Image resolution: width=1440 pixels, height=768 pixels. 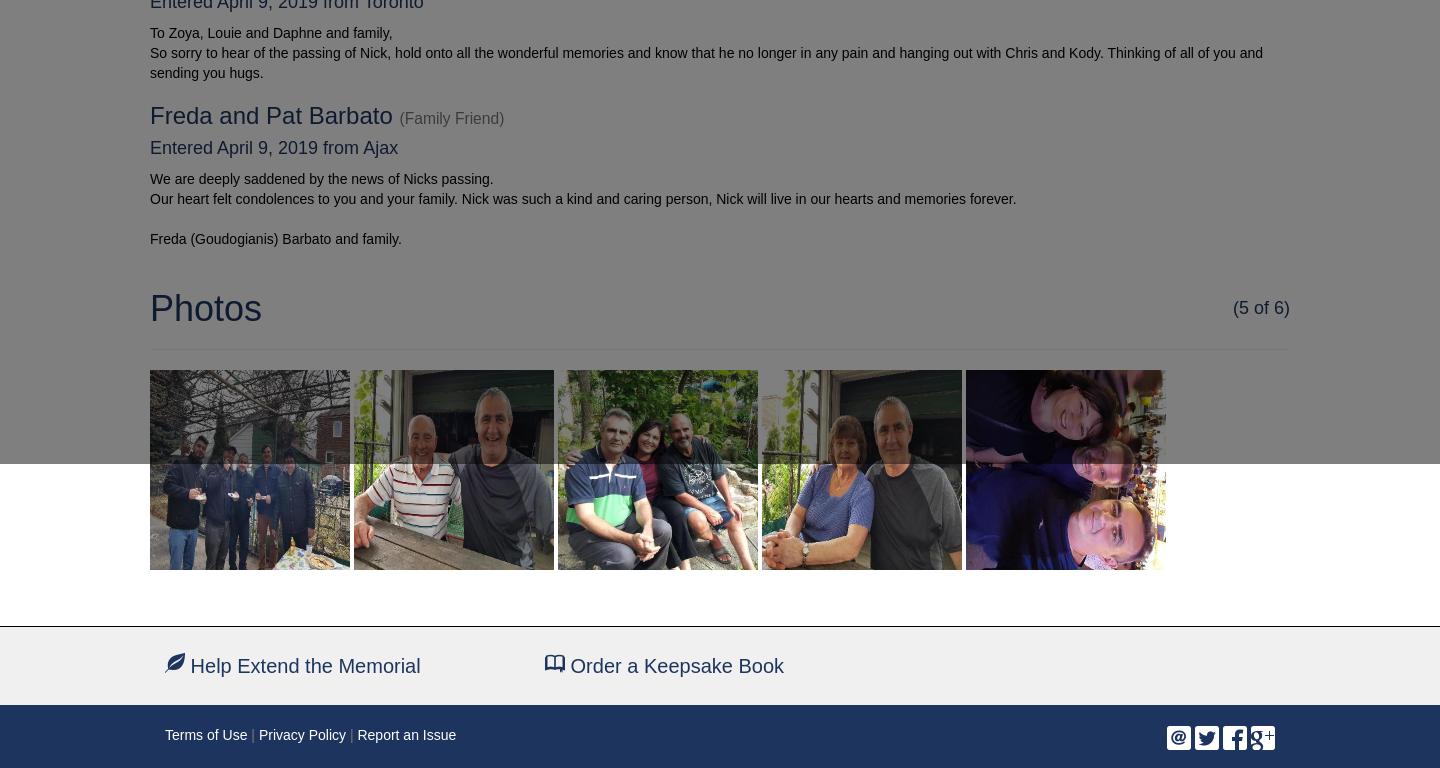 I want to click on 'Freda (Goudogianis) Barbato and family.', so click(x=274, y=239).